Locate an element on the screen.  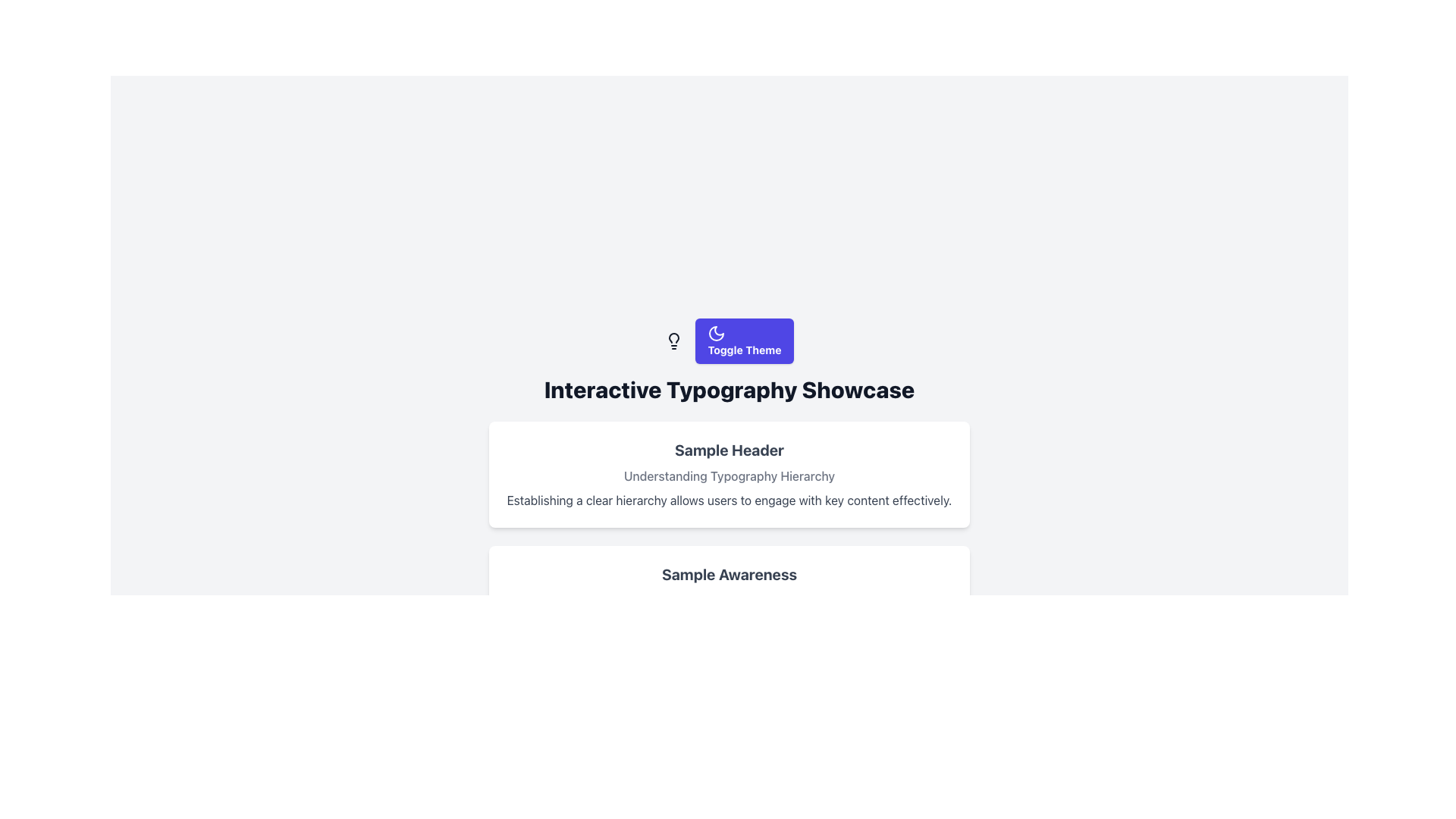
the crescent moon icon located within the 'Toggle Theme' button, which is prominently positioned near the top center of the interface is located at coordinates (716, 332).